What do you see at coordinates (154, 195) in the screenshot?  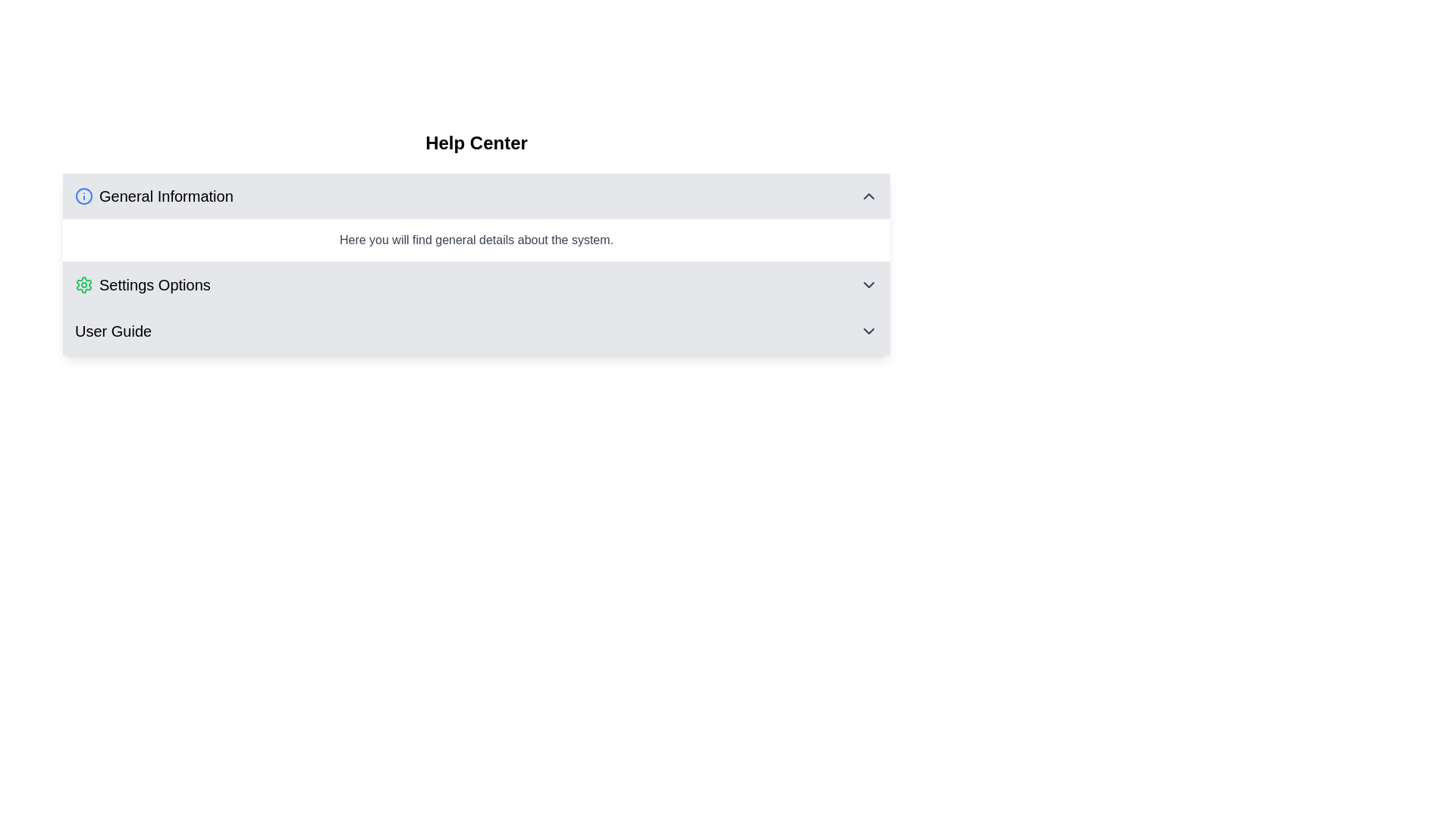 I see `the 'General Information' text label with the 'i' icon` at bounding box center [154, 195].